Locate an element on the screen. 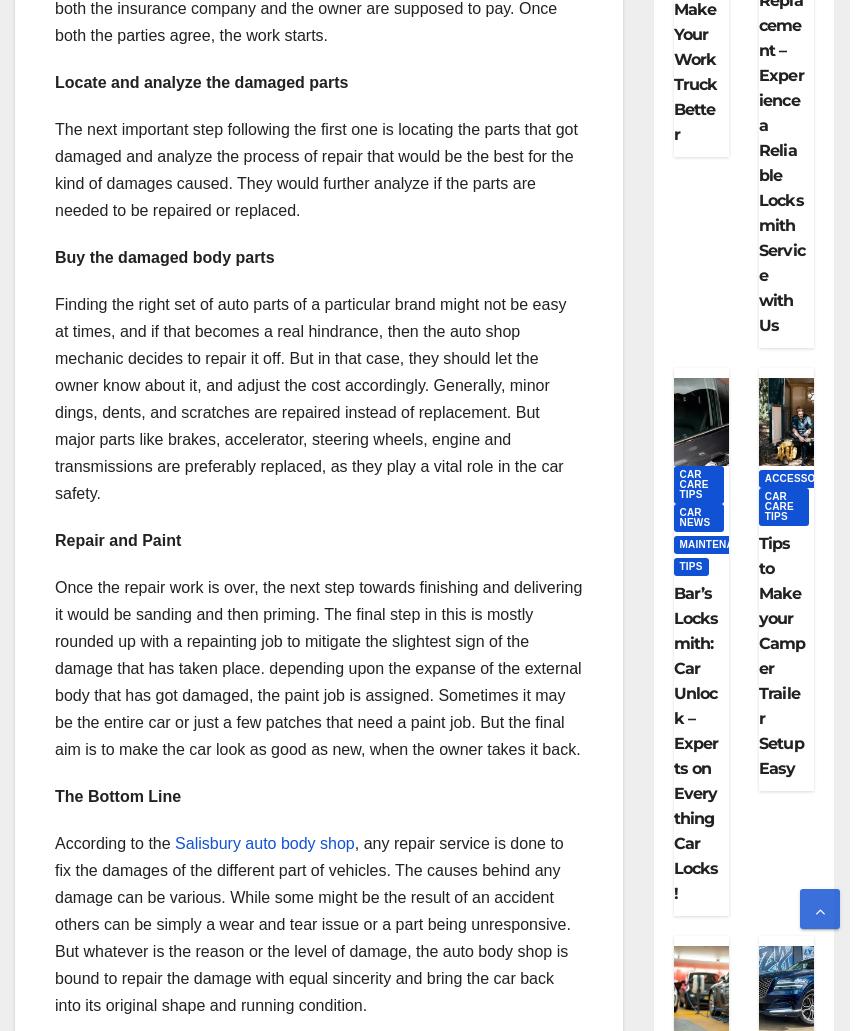  'According to the' is located at coordinates (113, 843).